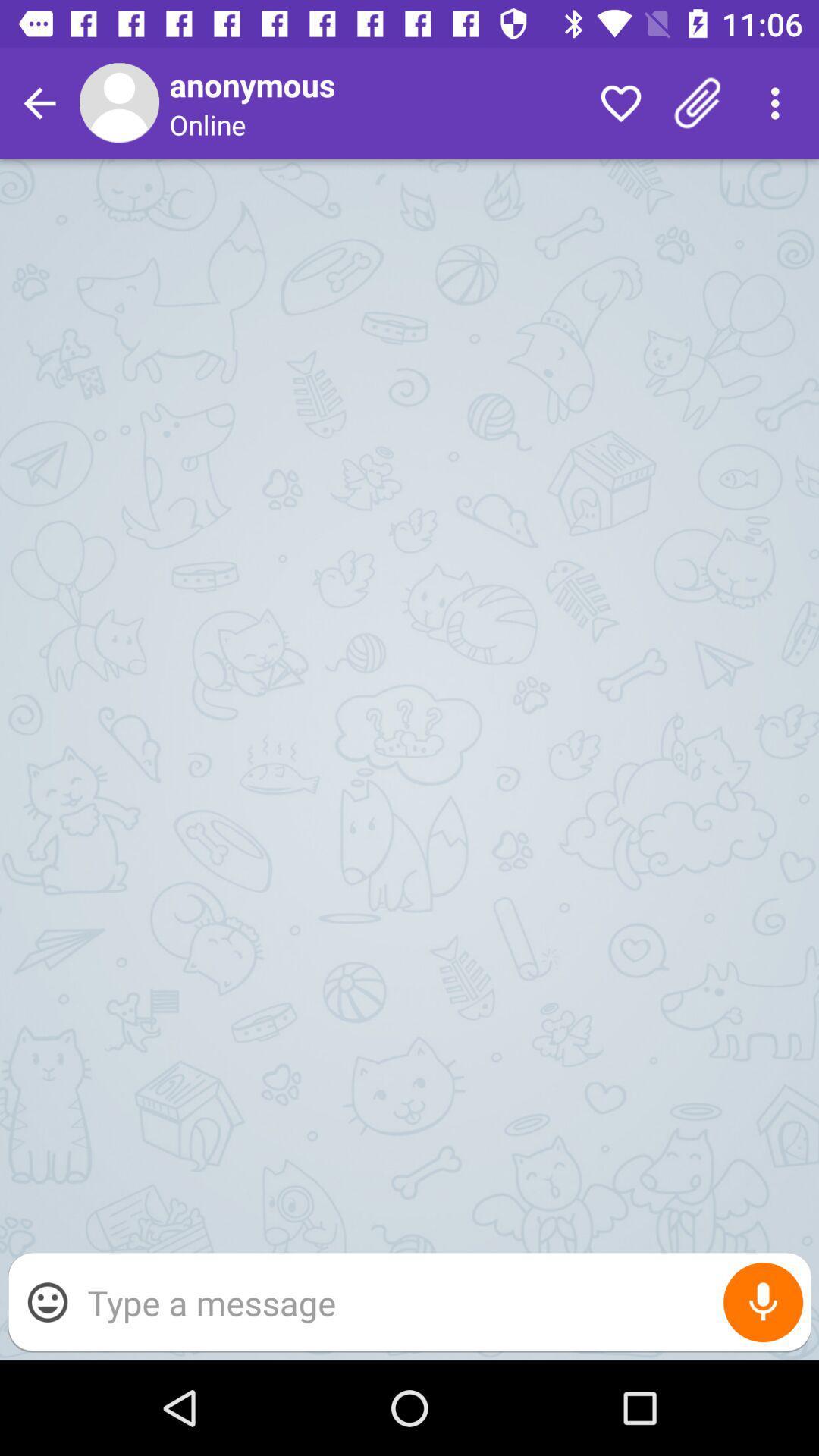  What do you see at coordinates (46, 1301) in the screenshot?
I see `emoji keyboard display` at bounding box center [46, 1301].